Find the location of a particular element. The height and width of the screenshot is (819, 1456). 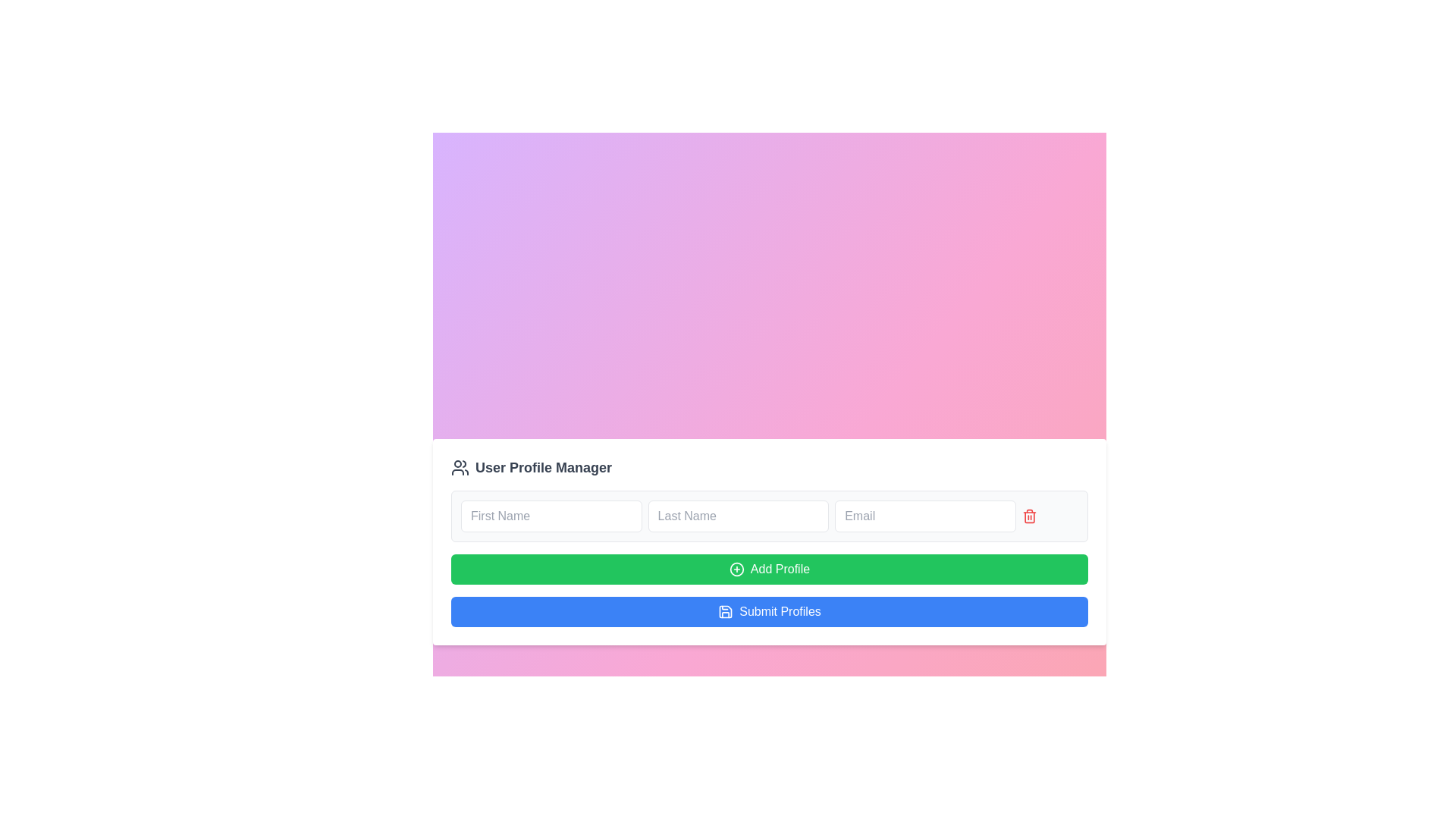

the trash can icon in the top-right corner of the form section is located at coordinates (1029, 516).